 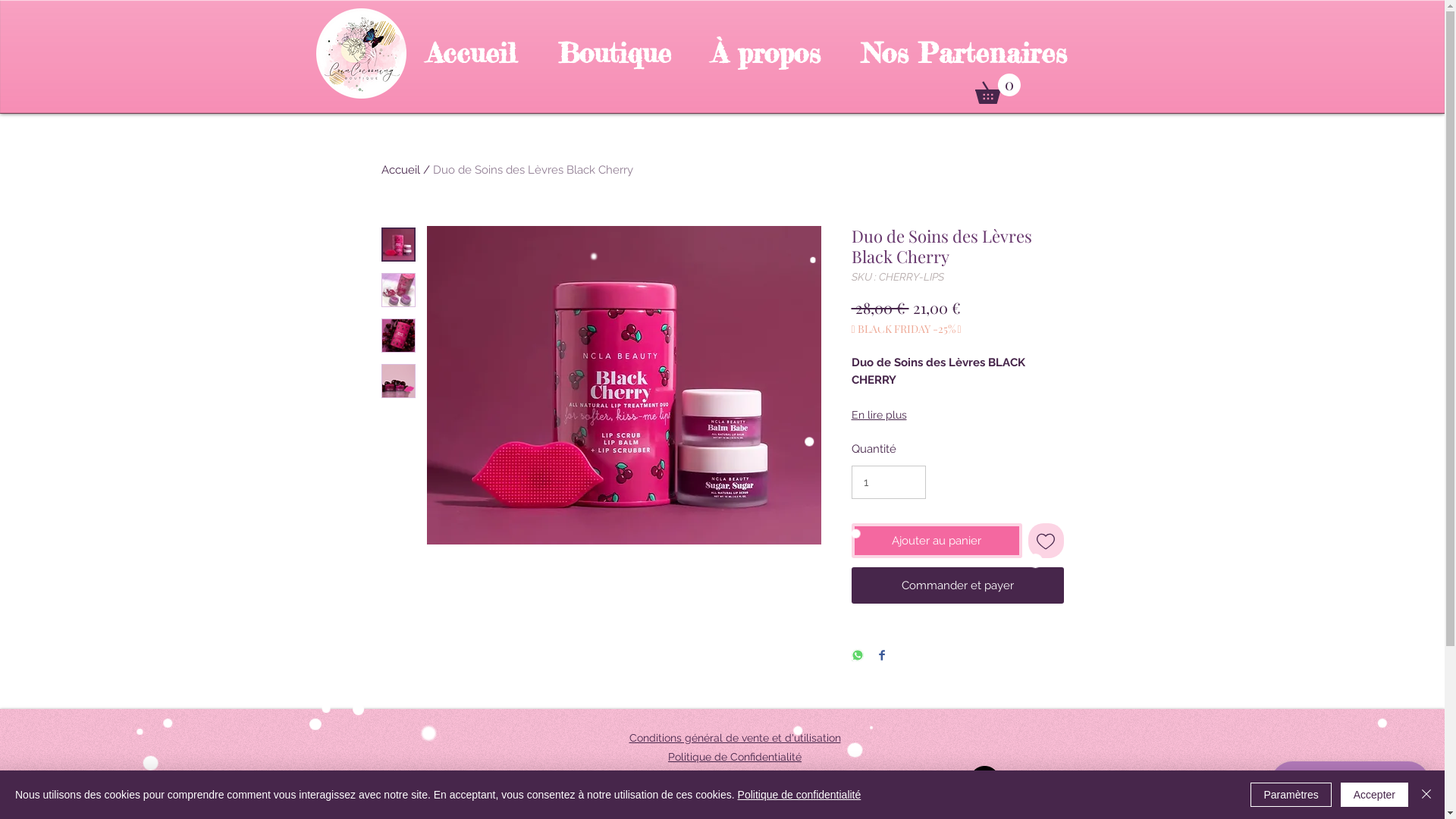 I want to click on 'Ajouter au panier', so click(x=935, y=540).